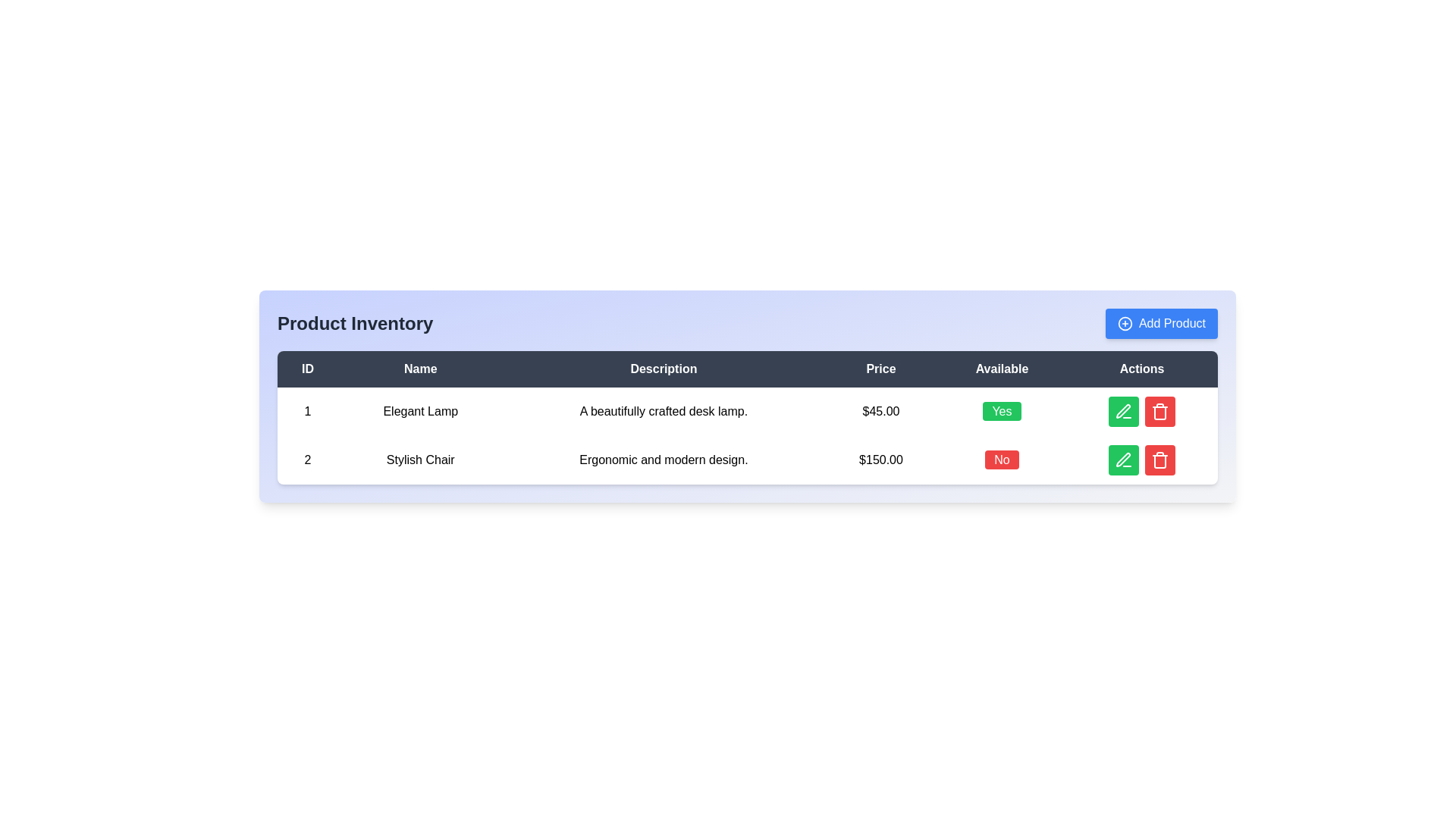 This screenshot has width=1456, height=819. I want to click on the vertical rectangular vector graphic element representing a trash bin icon located in the 'Actions' column of the second row in the table, so click(1159, 461).